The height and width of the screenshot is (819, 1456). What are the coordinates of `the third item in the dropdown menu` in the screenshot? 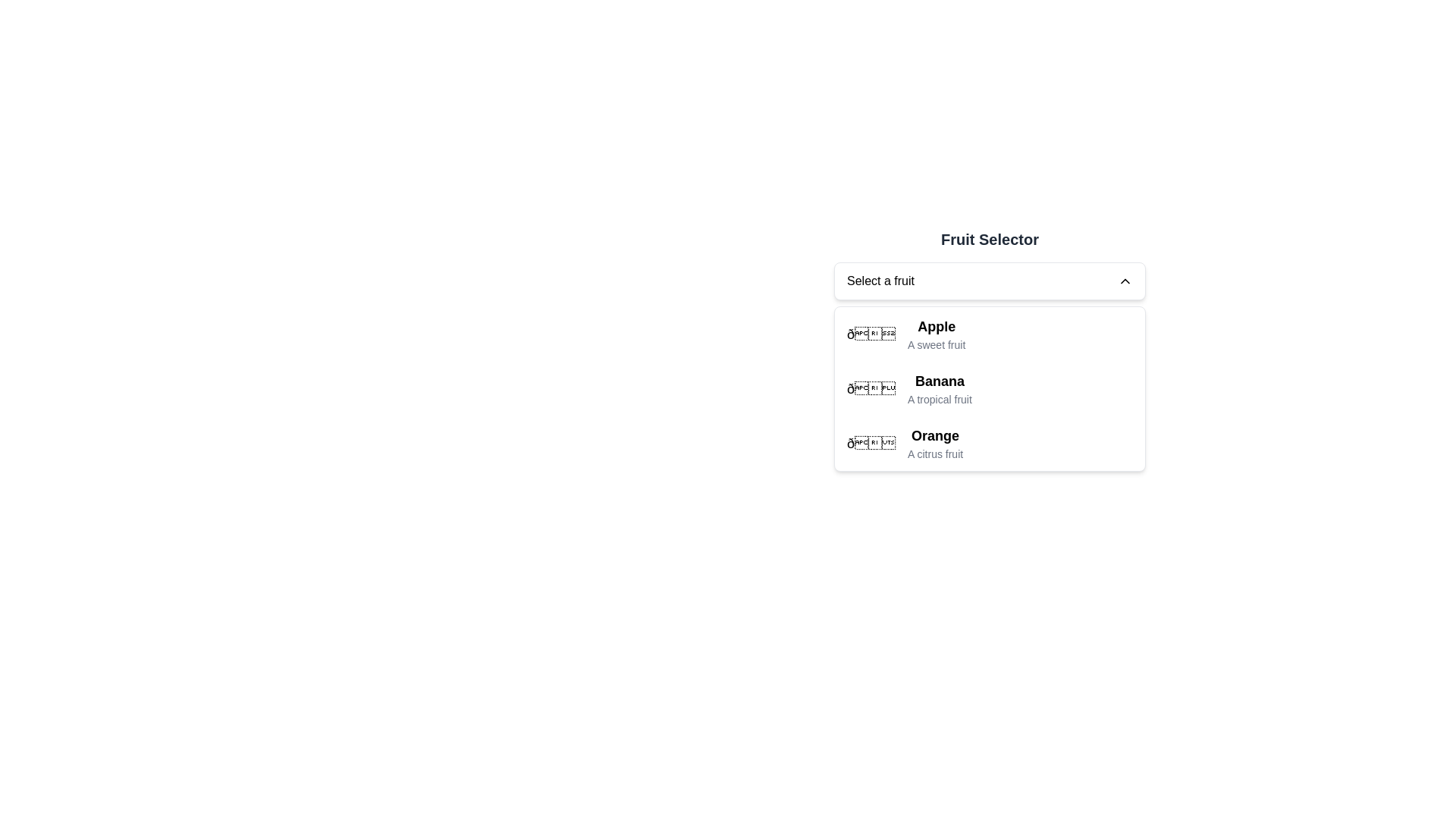 It's located at (990, 444).